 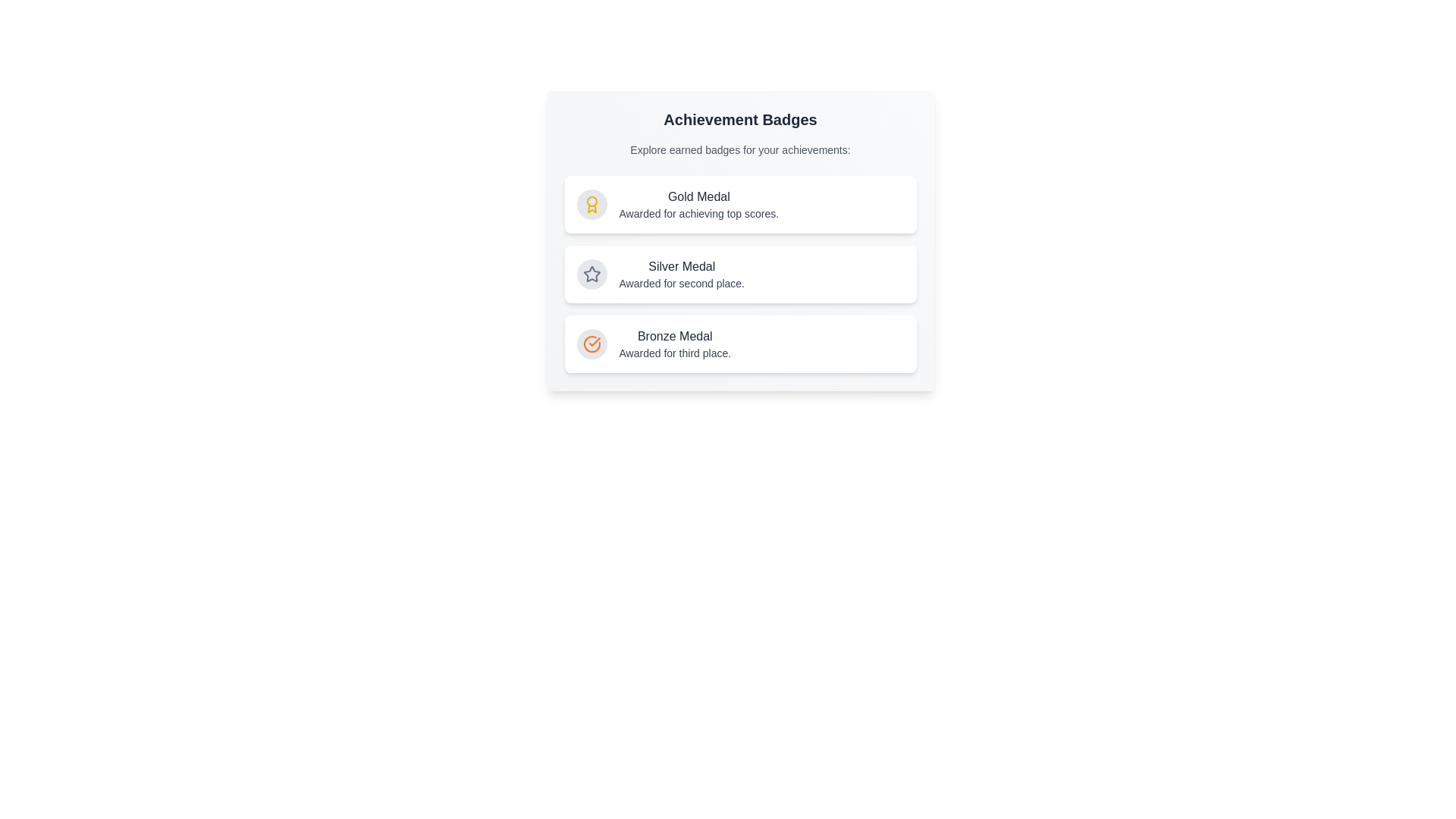 What do you see at coordinates (681, 284) in the screenshot?
I see `the descriptive text label providing additional information about the 'Silver Medal' award, which is located directly below the 'Silver Medal' text` at bounding box center [681, 284].